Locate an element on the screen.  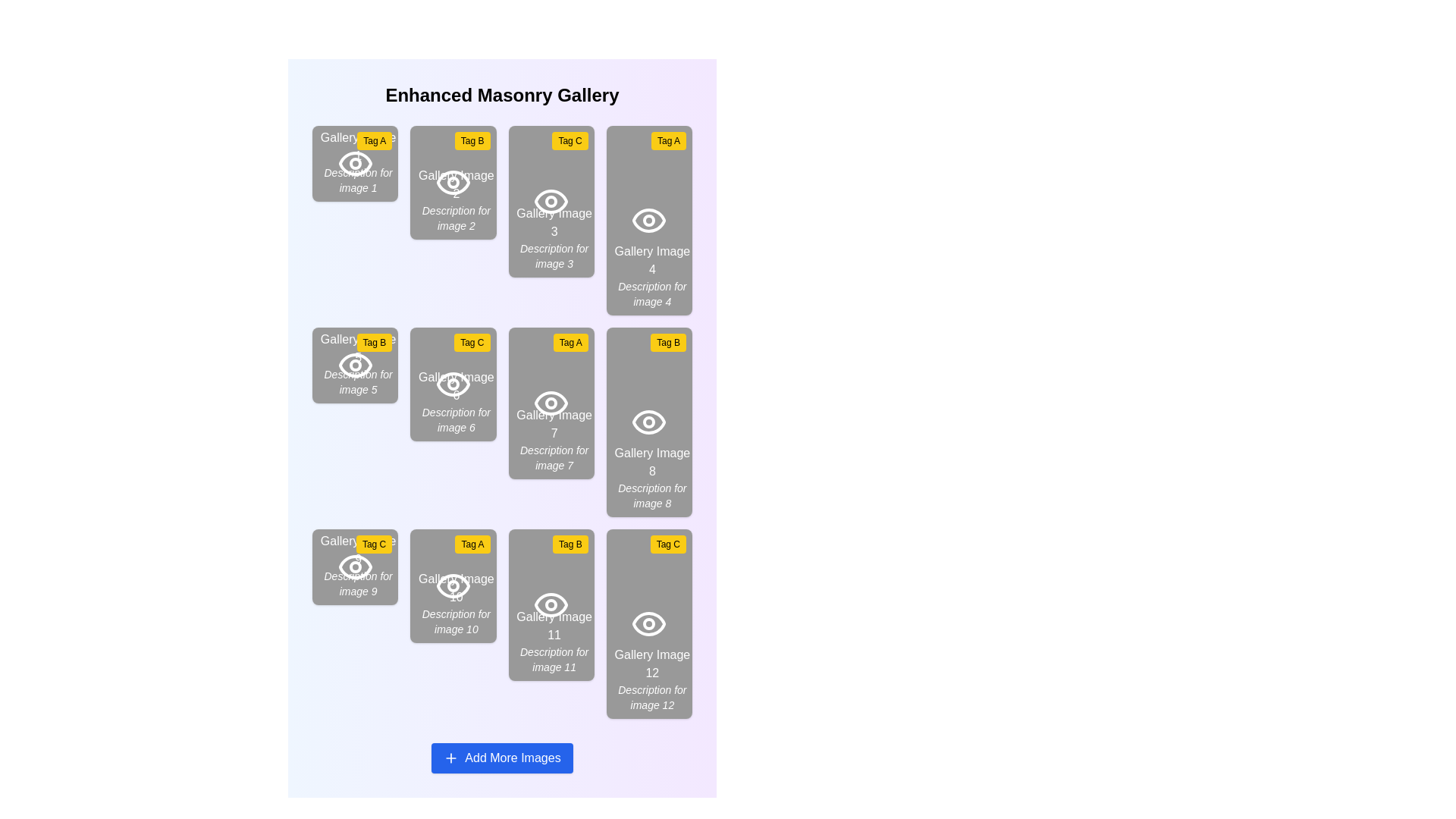
the static descriptive Text Label located under 'Gallery Image 6' in the grid layout is located at coordinates (455, 420).